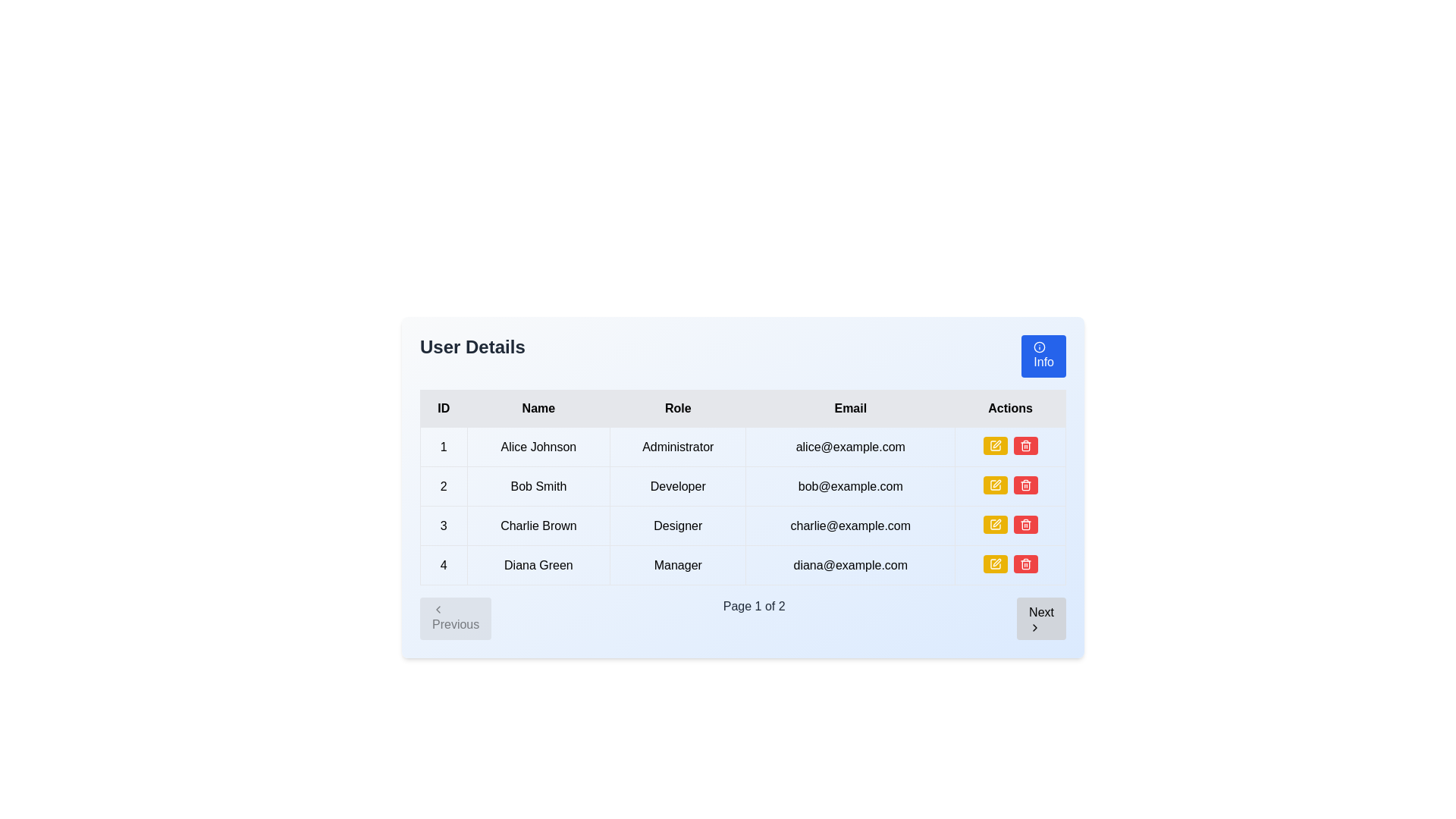  Describe the element at coordinates (995, 485) in the screenshot. I see `the edit button icon in the 'Actions' column for 'Alice Johnson'` at that location.